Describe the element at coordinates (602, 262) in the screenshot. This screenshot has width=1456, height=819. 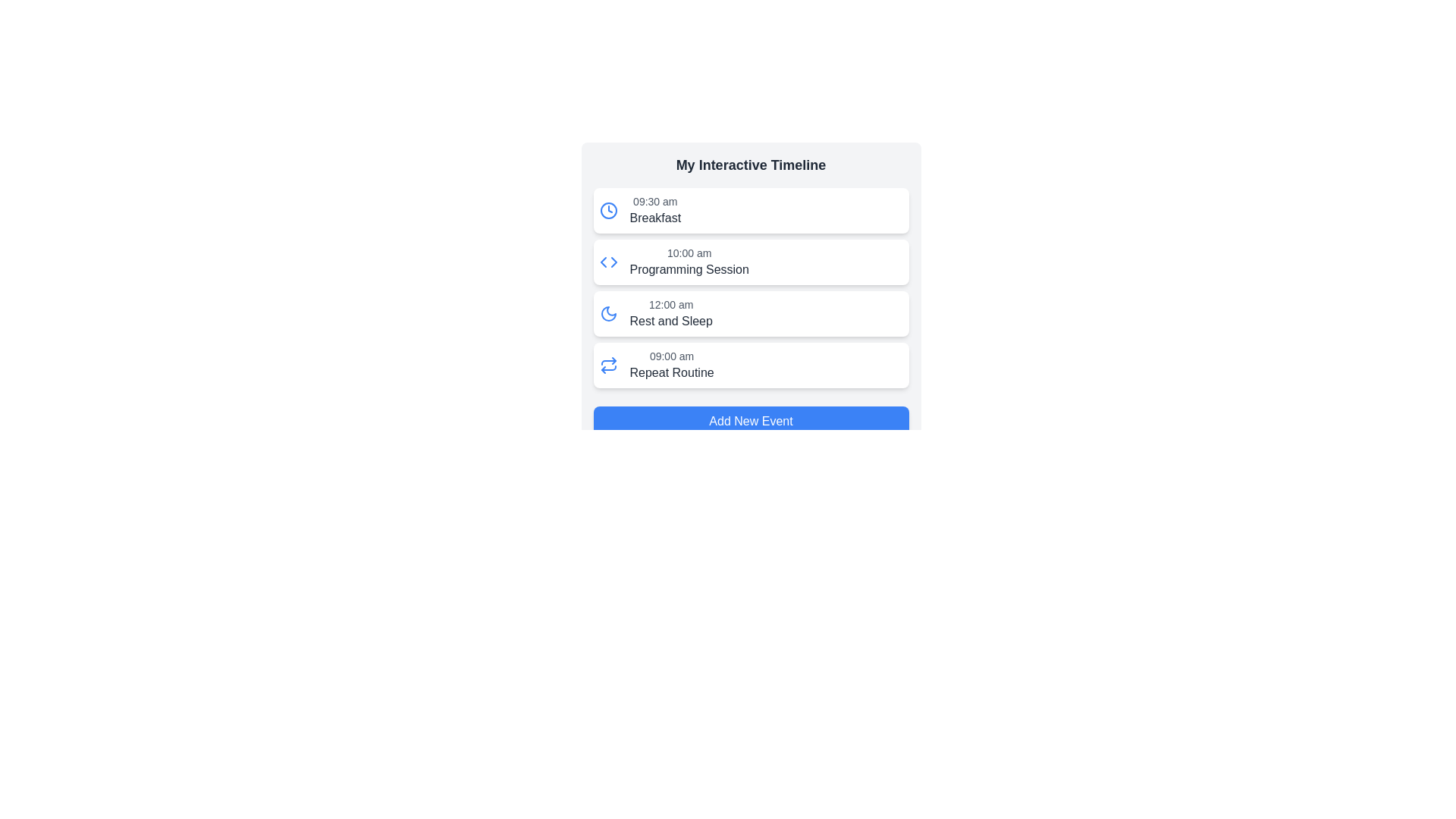
I see `the graphical vector element that indicates navigation related to the 'Programming Session' event on the timeline, located slightly to the left of the center of the icon` at that location.